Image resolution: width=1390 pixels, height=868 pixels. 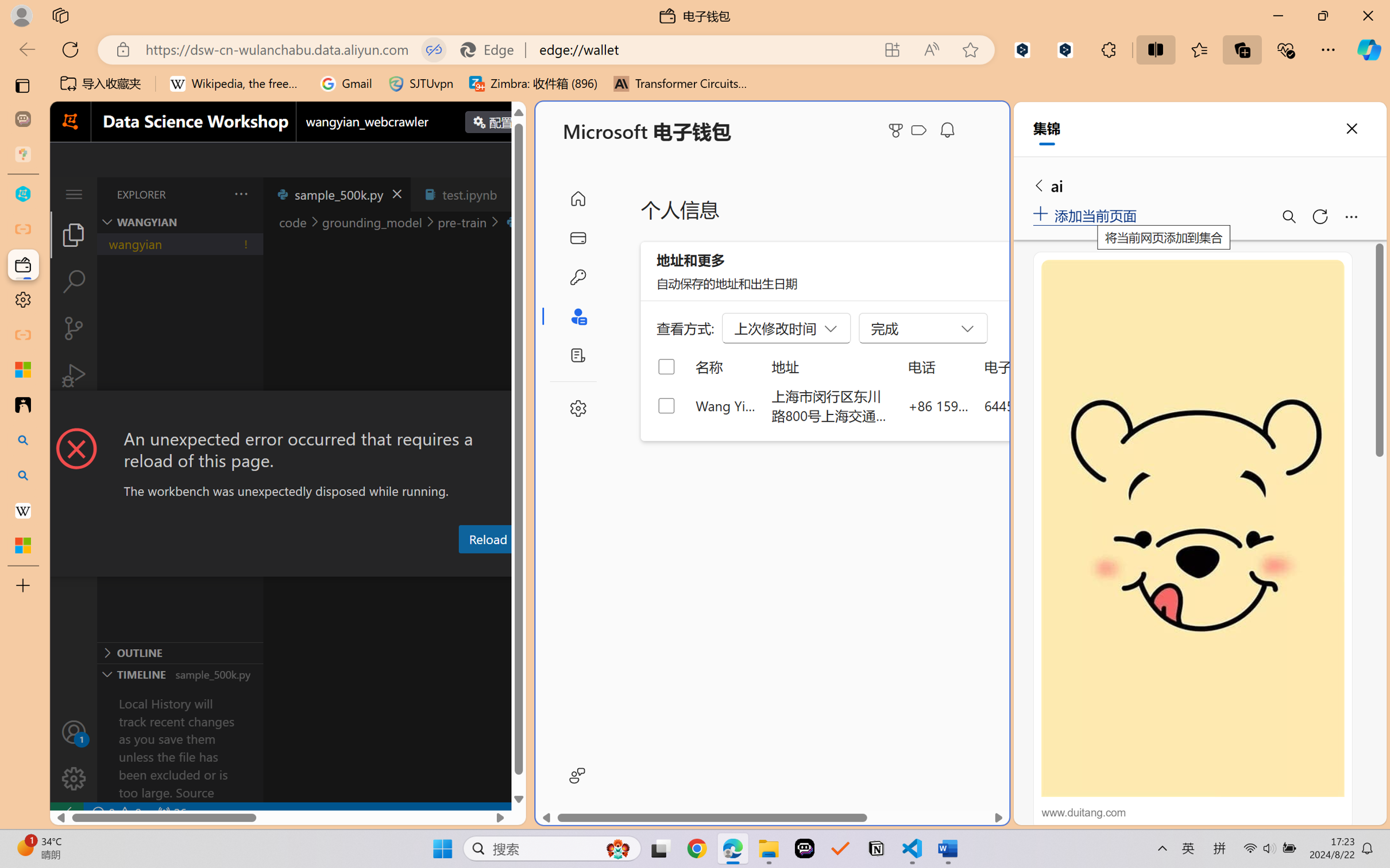 I want to click on 'Accounts - Sign in requested', so click(x=73, y=731).